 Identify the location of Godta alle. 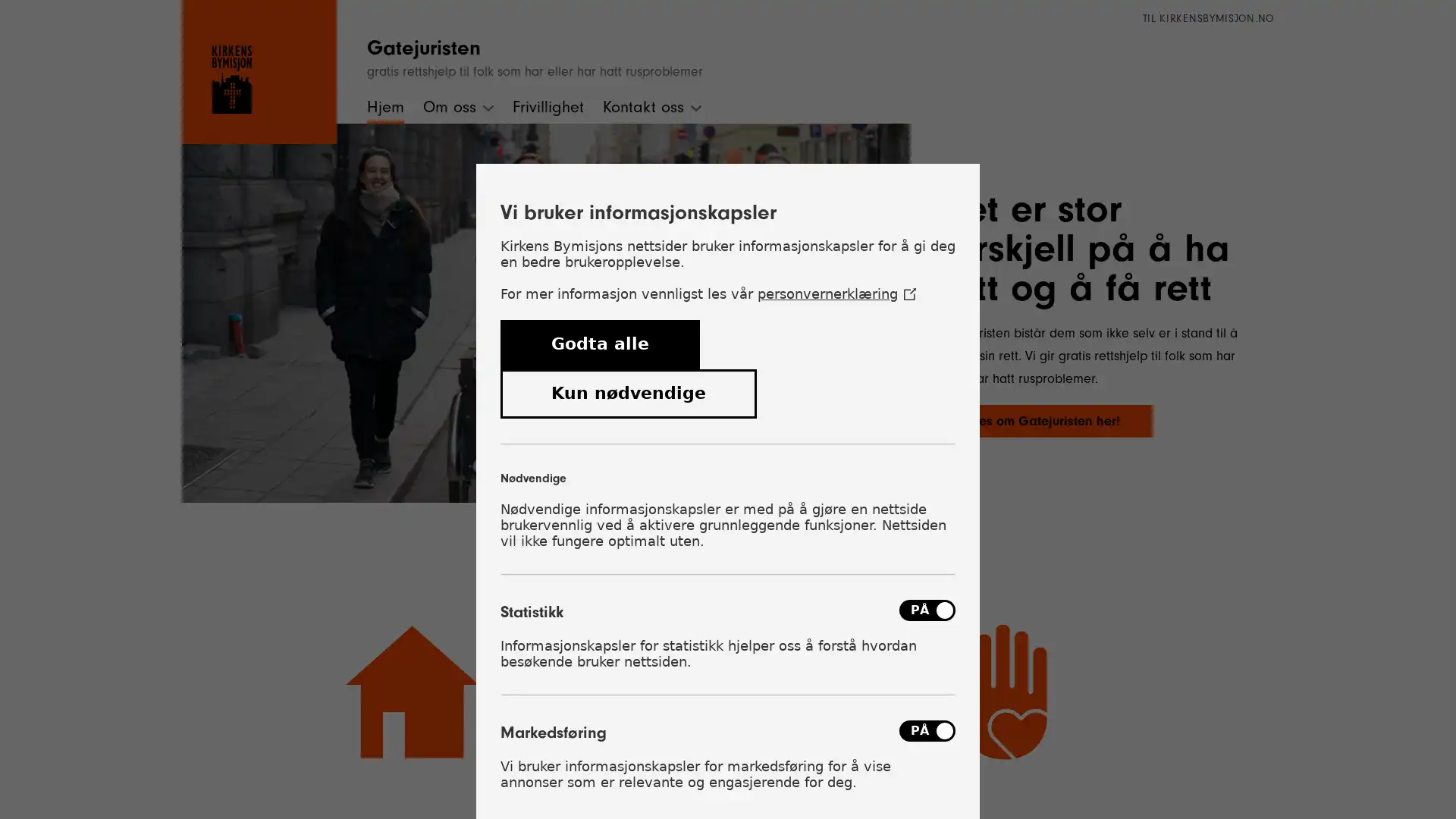
(599, 344).